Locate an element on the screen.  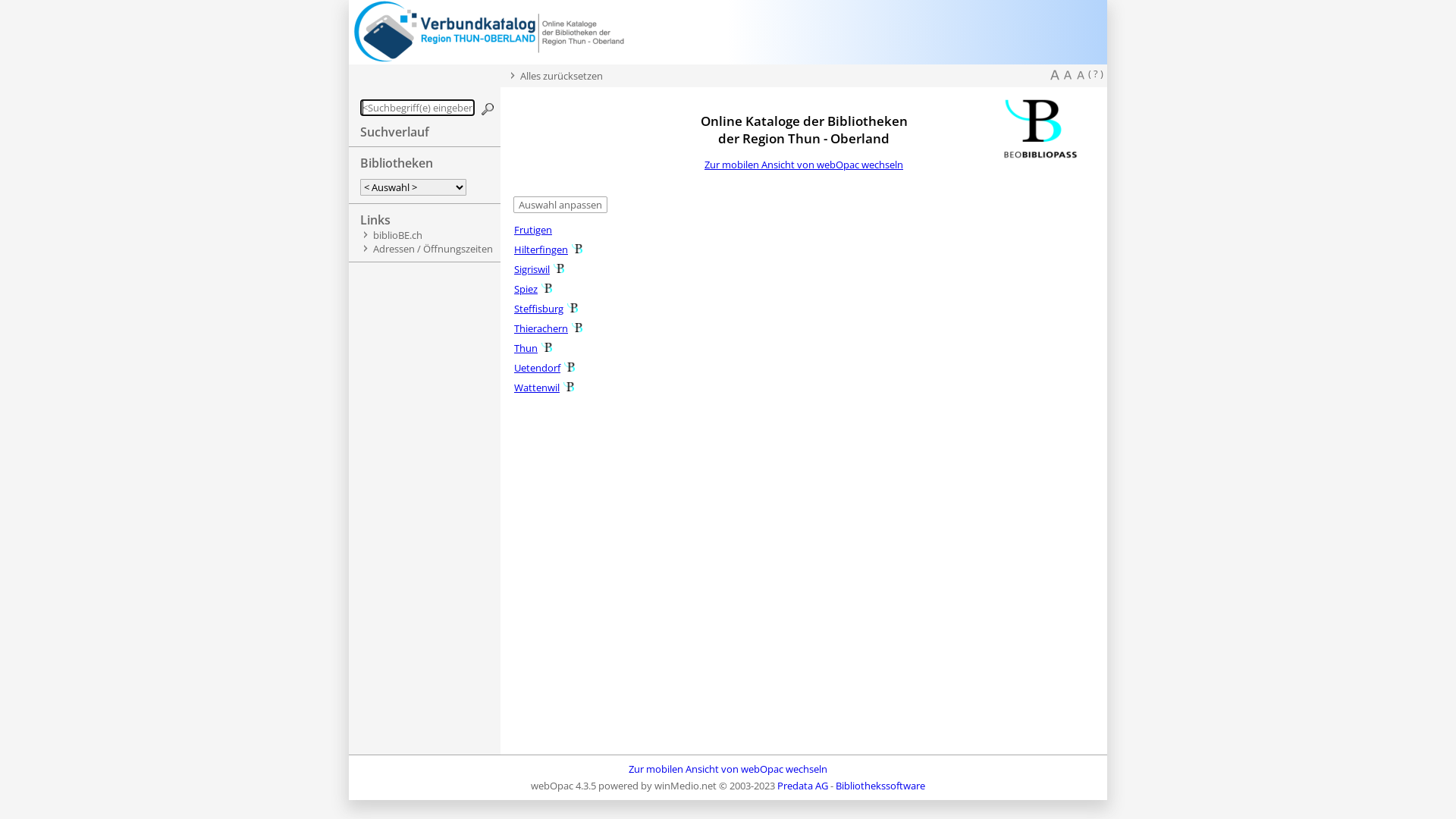
'Go!' is located at coordinates (488, 108).